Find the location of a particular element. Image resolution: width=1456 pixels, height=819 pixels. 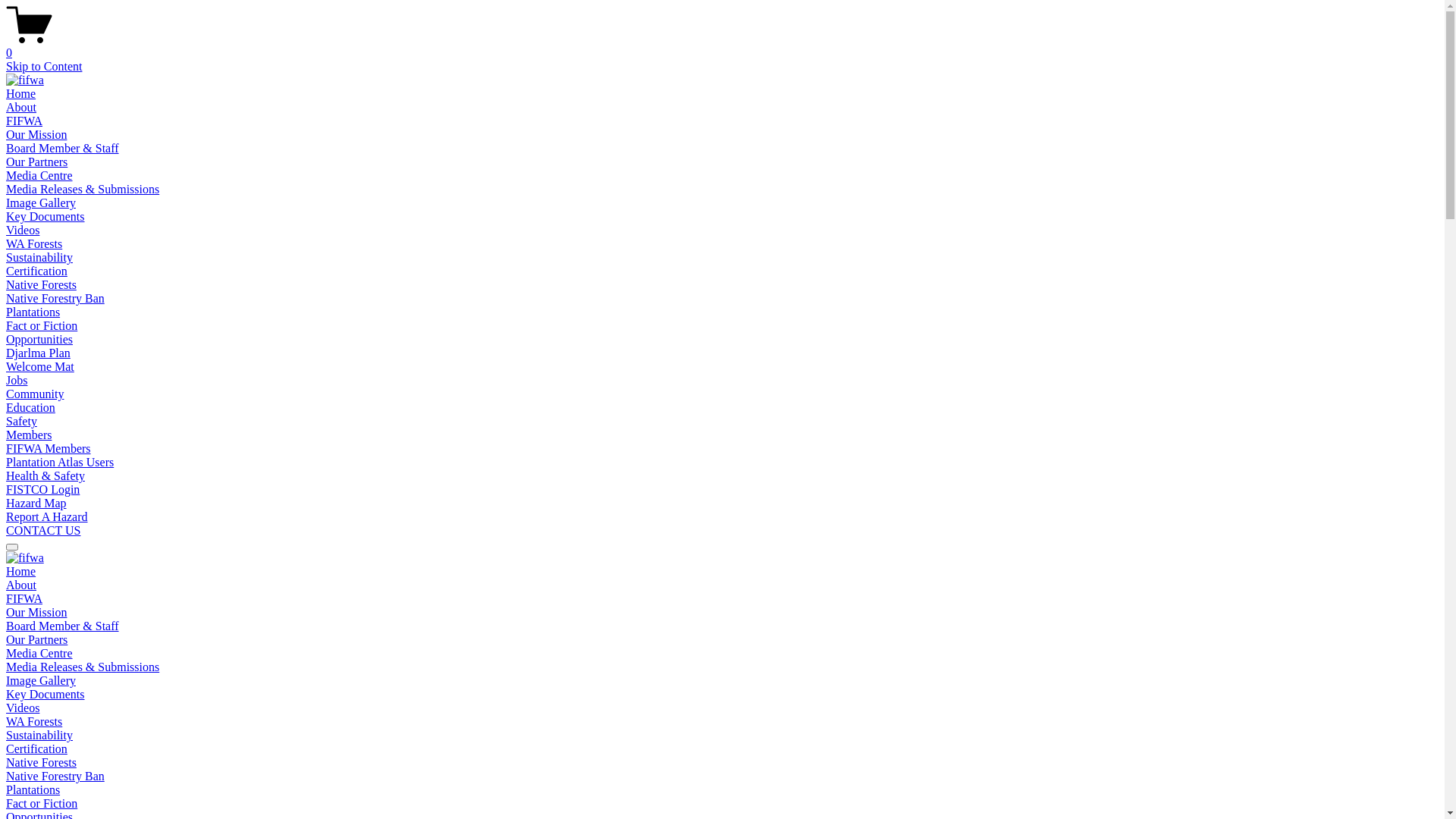

'Key Documents' is located at coordinates (6, 694).